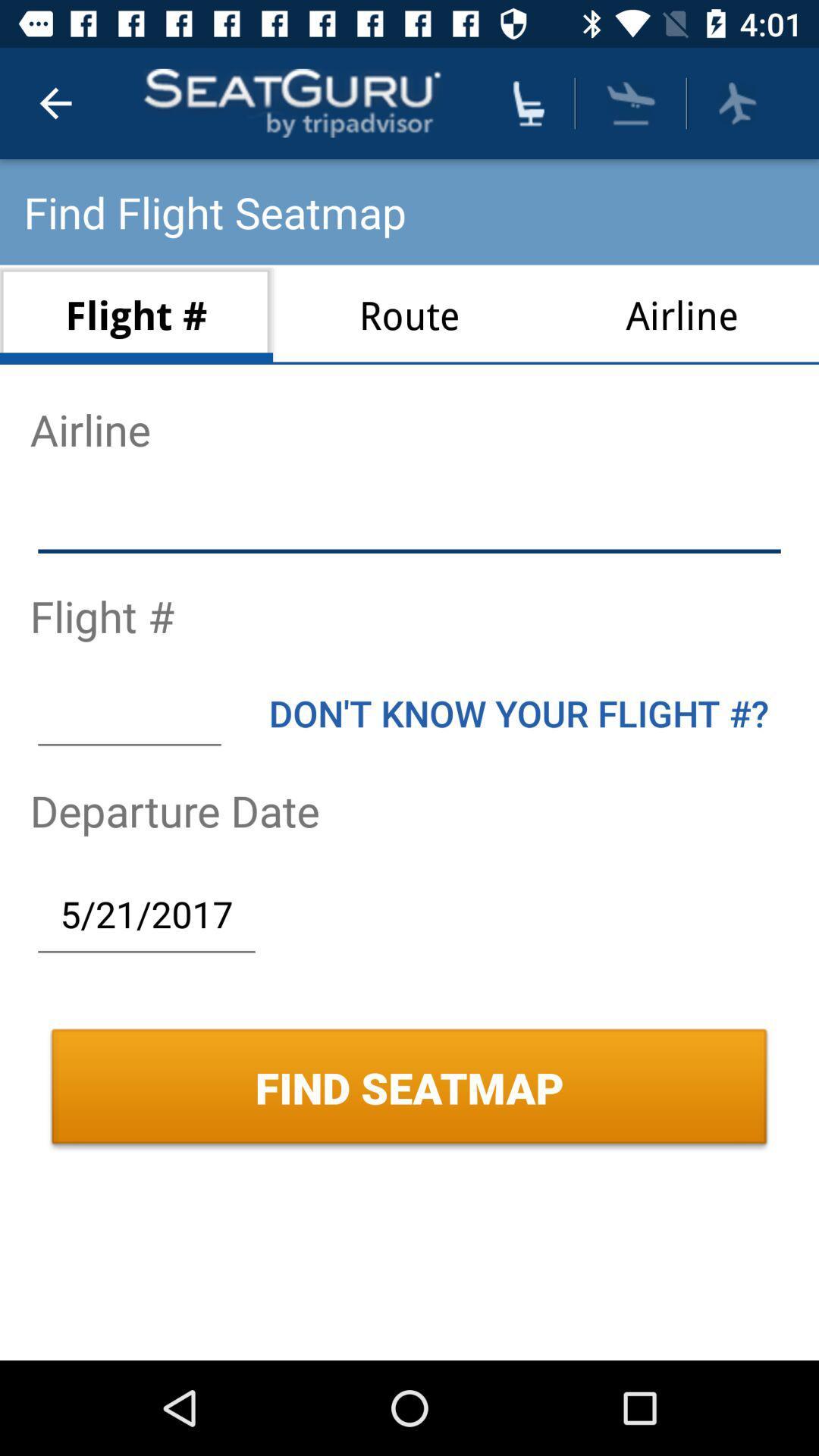 Image resolution: width=819 pixels, height=1456 pixels. Describe the element at coordinates (146, 913) in the screenshot. I see `5/21/2017 item` at that location.